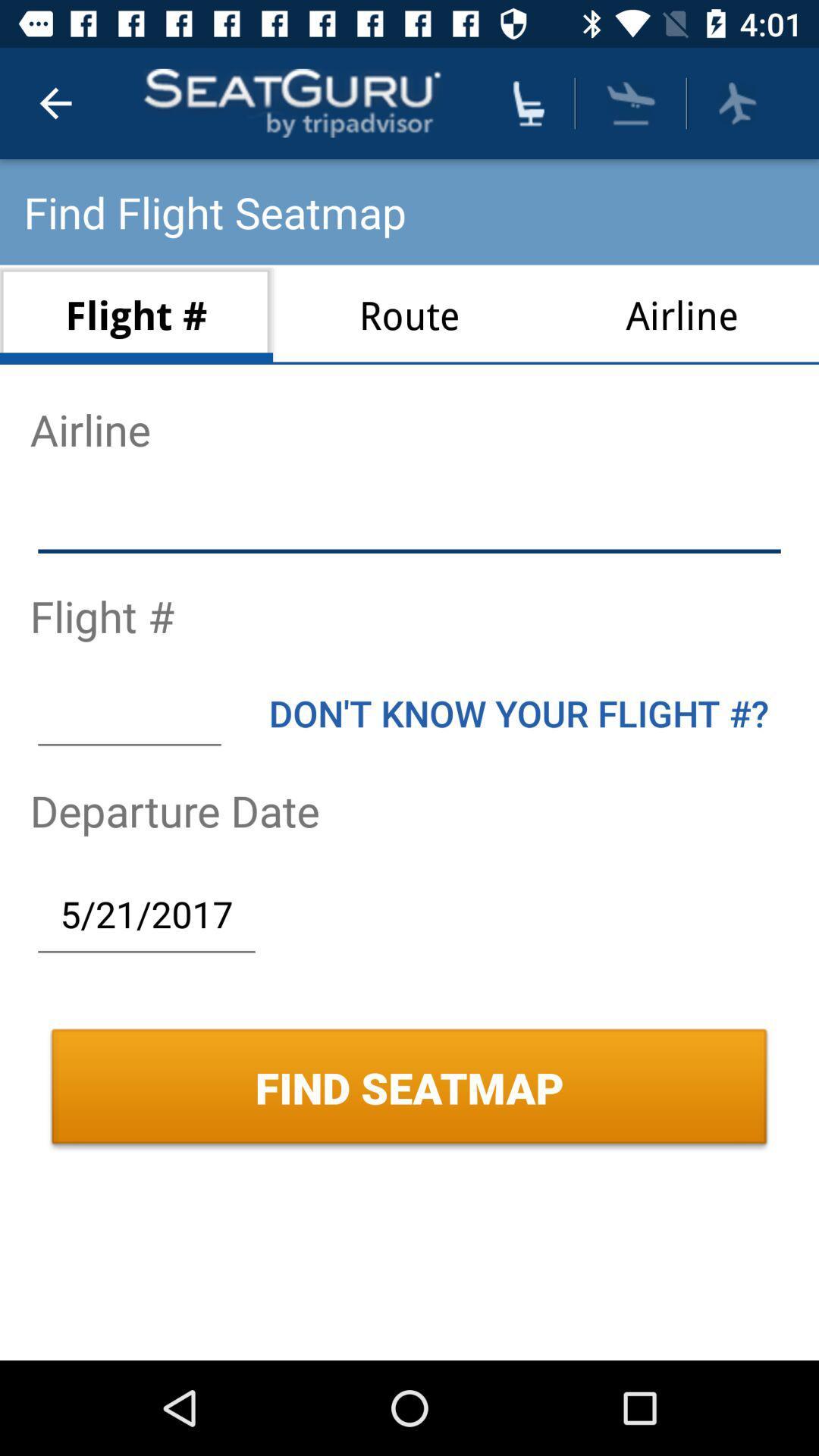 Image resolution: width=819 pixels, height=1456 pixels. Describe the element at coordinates (146, 913) in the screenshot. I see `5/21/2017 item` at that location.